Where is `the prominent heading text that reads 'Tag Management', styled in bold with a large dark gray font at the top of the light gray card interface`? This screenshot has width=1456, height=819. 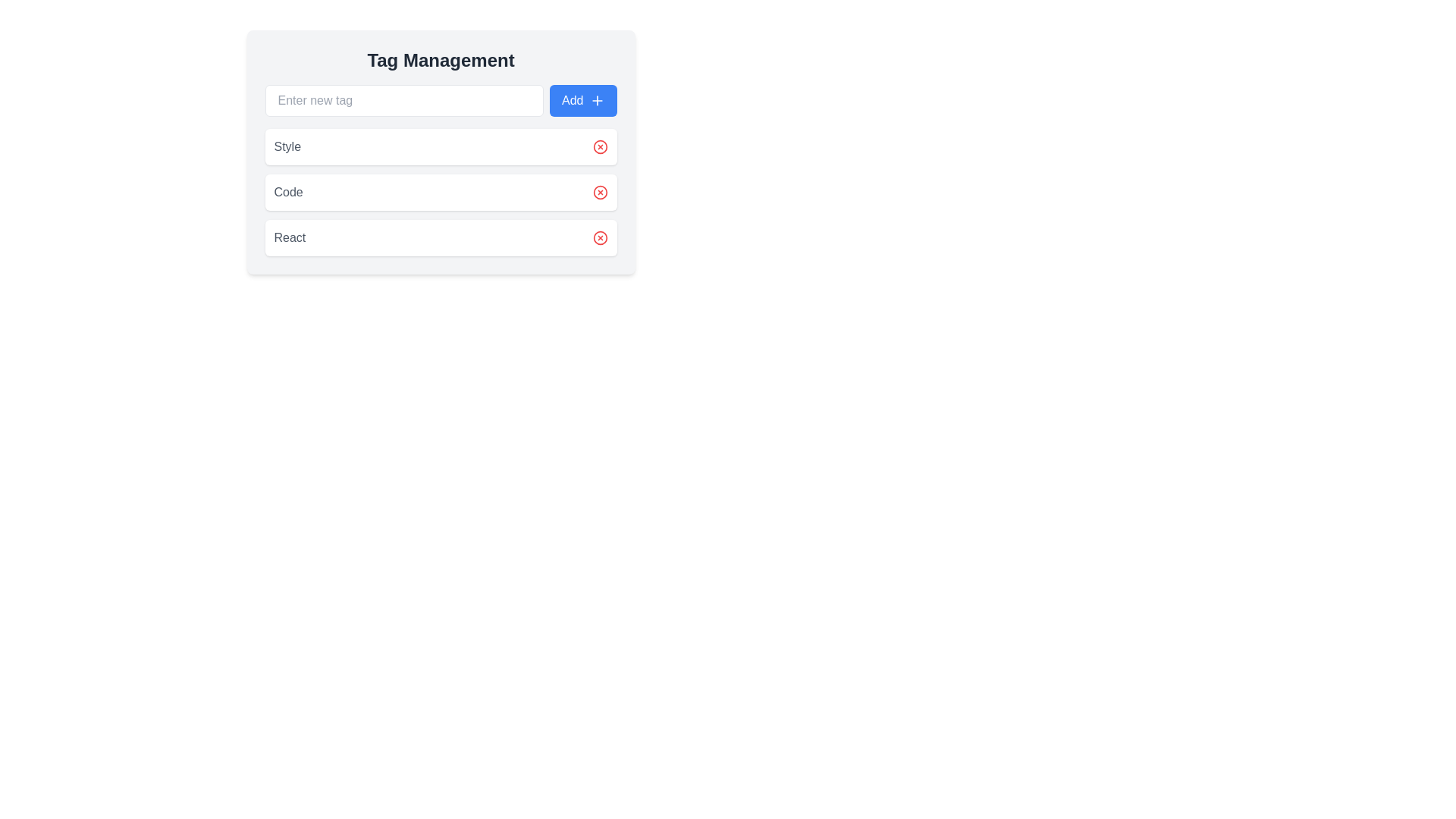 the prominent heading text that reads 'Tag Management', styled in bold with a large dark gray font at the top of the light gray card interface is located at coordinates (440, 60).